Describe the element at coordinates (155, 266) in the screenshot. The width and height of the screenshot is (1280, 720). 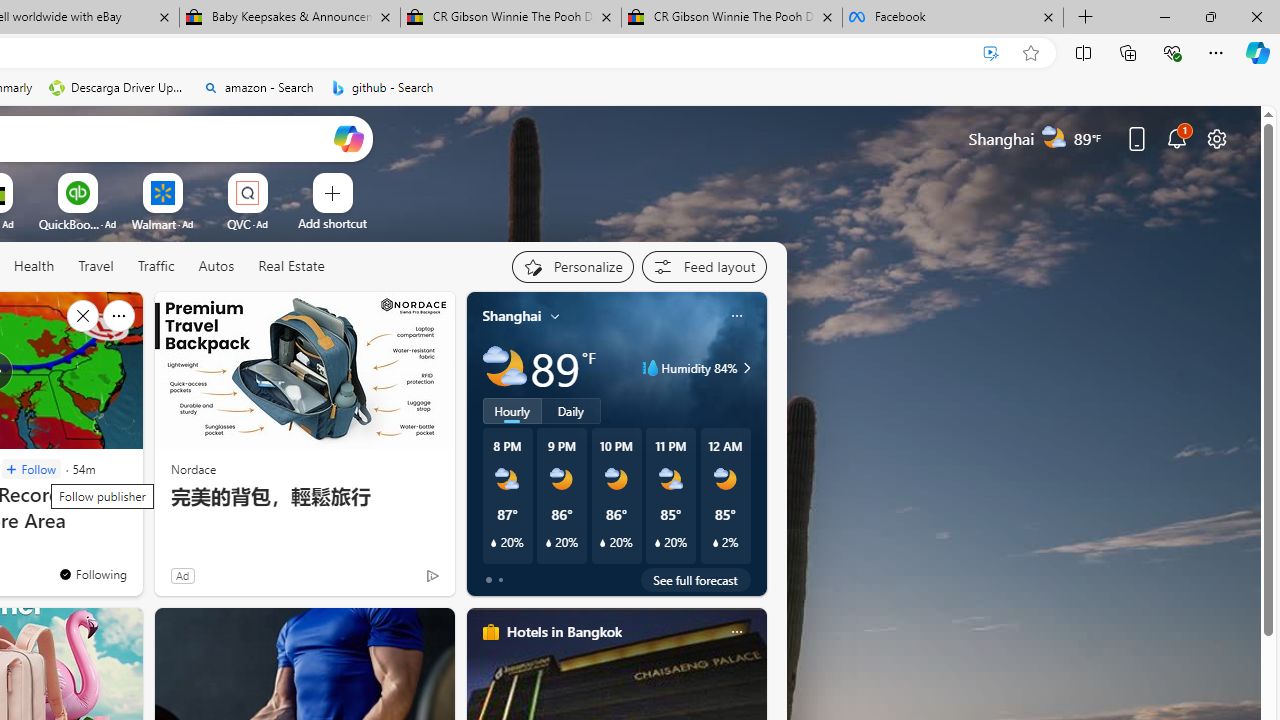
I see `'Traffic'` at that location.